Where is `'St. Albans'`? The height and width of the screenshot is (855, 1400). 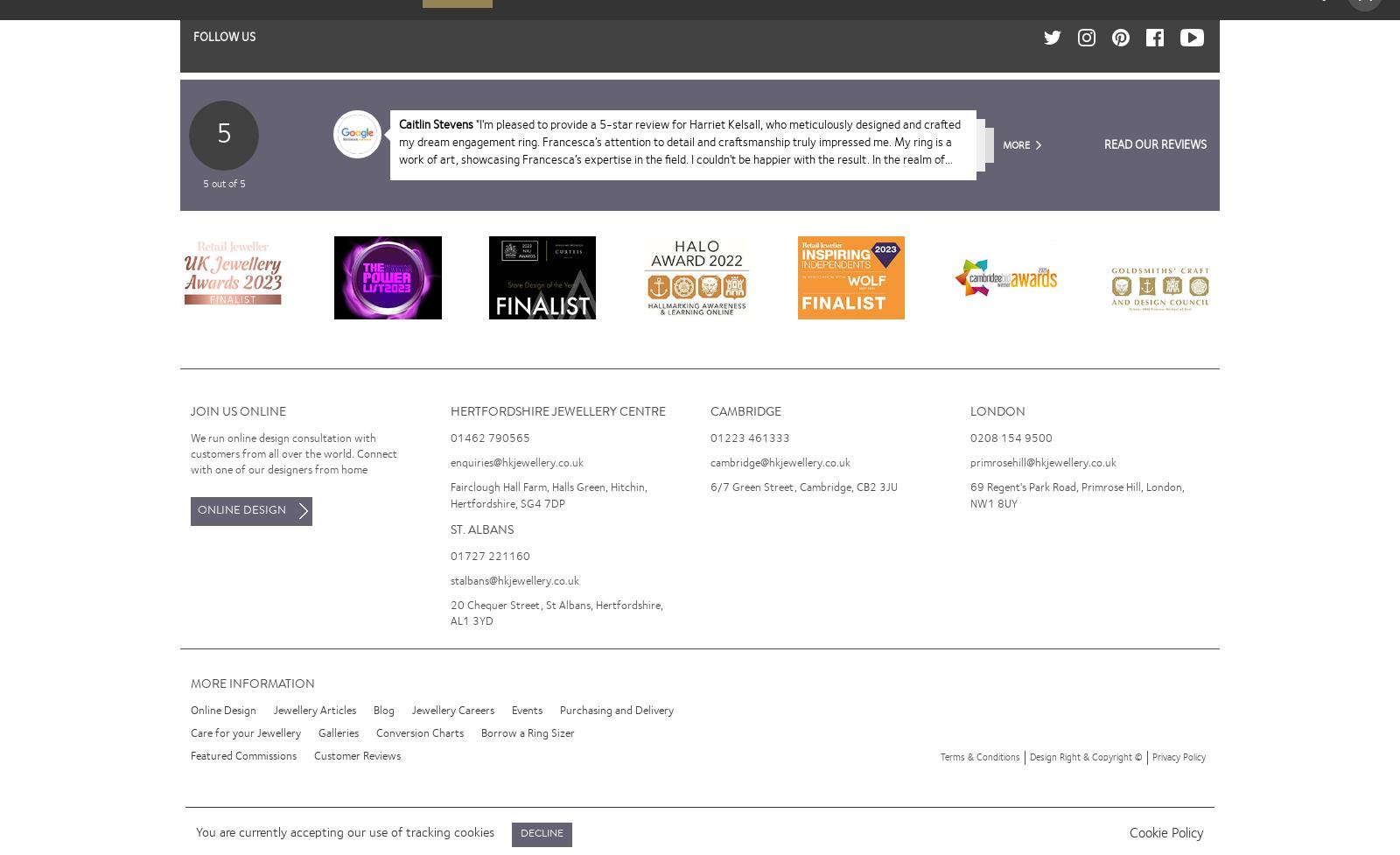 'St. Albans' is located at coordinates (480, 529).